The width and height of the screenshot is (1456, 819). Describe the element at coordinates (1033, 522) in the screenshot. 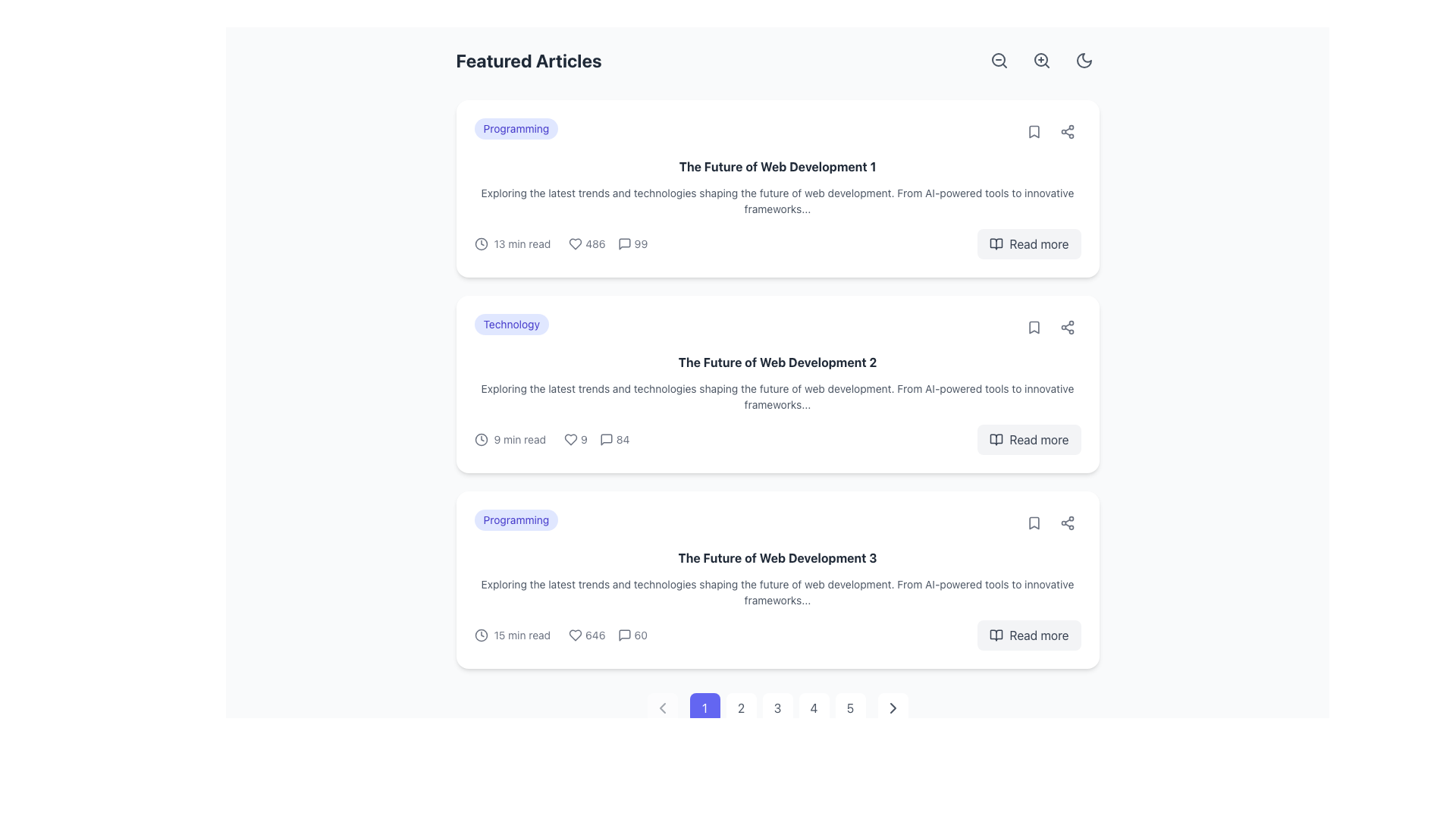

I see `the bookmark button located within the third article card from the top, positioned to the right of the article title and description, for keyboard navigation` at that location.